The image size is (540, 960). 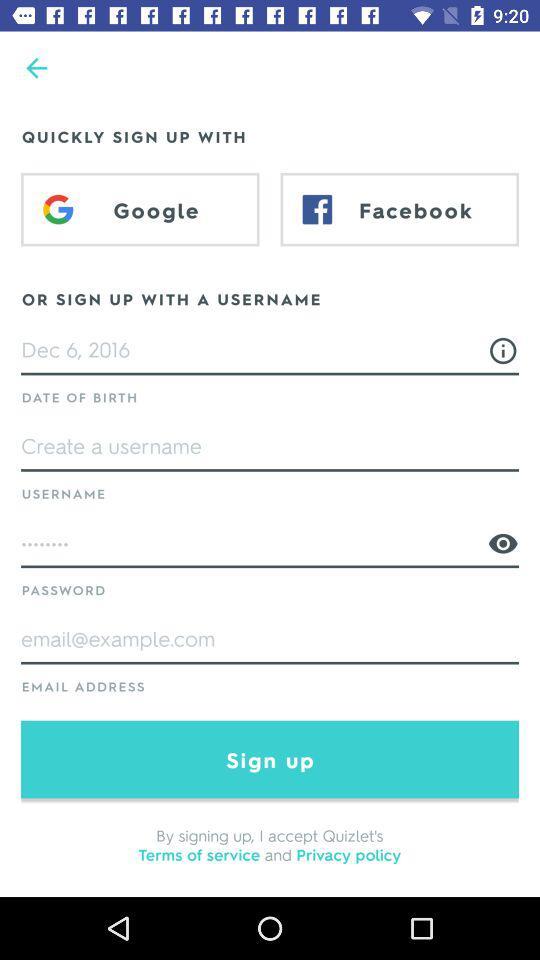 I want to click on item above or sign up, so click(x=139, y=209).